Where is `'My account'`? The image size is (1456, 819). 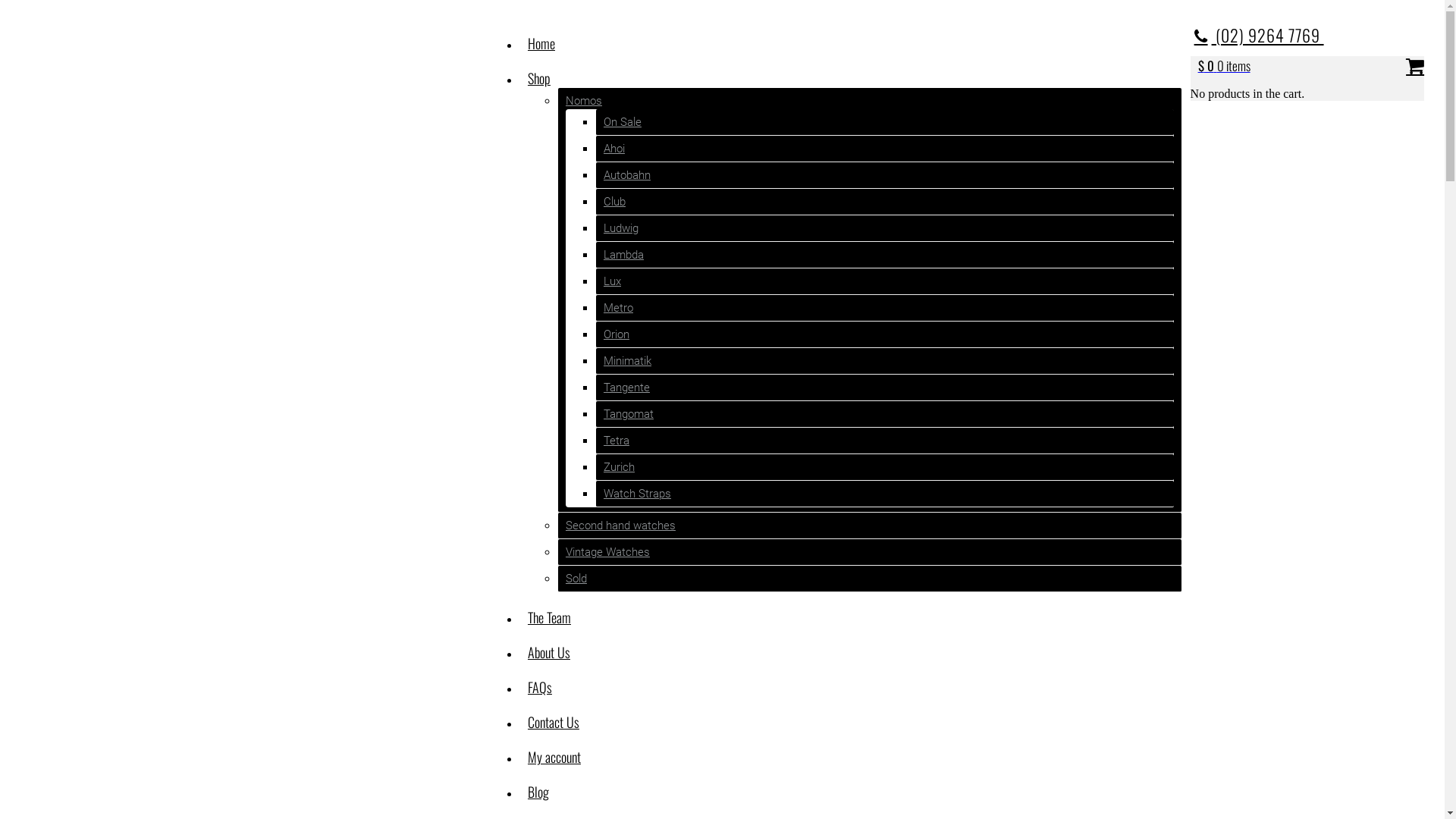 'My account' is located at coordinates (553, 757).